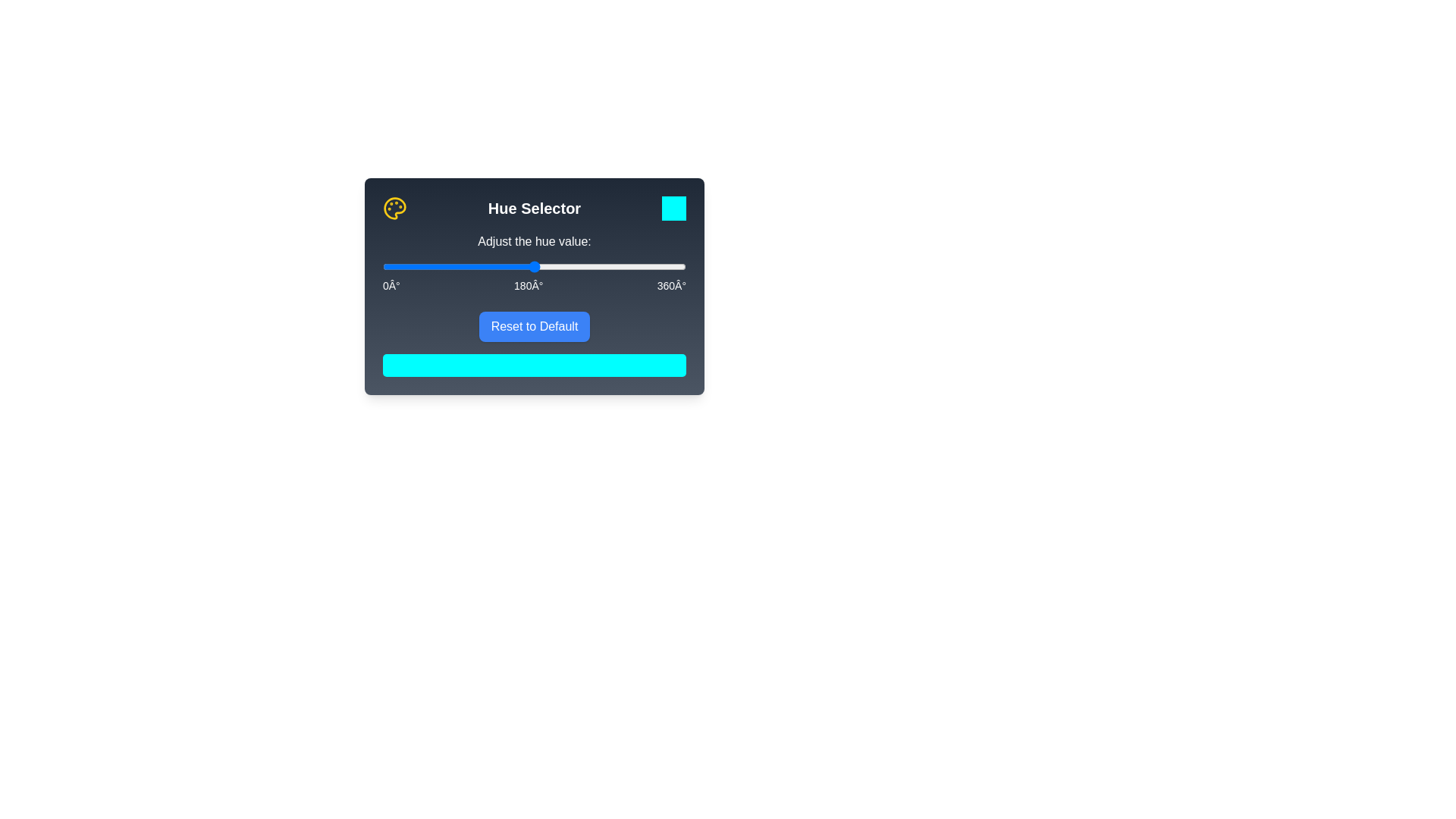 This screenshot has width=1456, height=819. What do you see at coordinates (539, 265) in the screenshot?
I see `the hue slider to 186°` at bounding box center [539, 265].